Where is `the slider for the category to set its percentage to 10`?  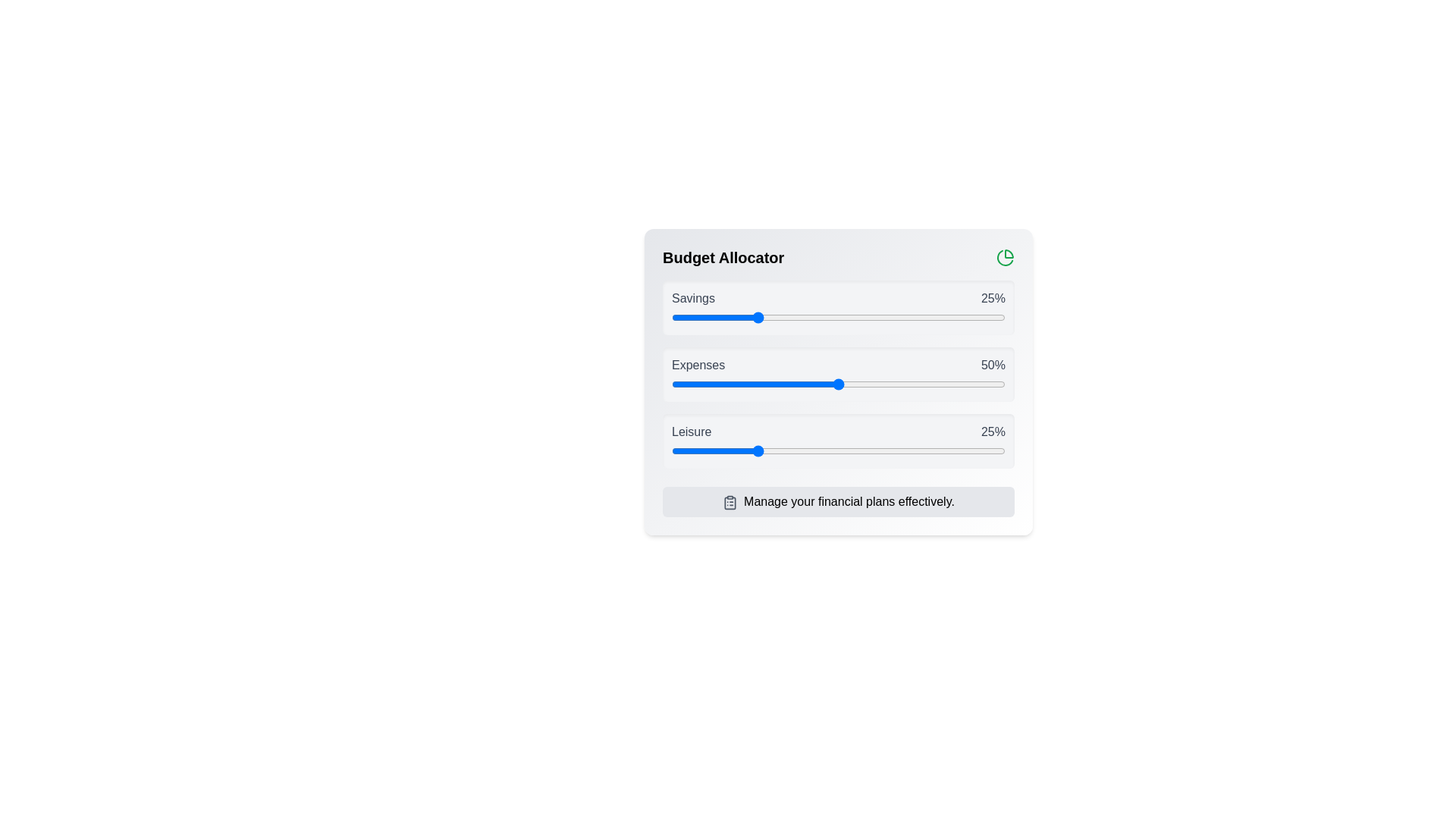
the slider for the category to set its percentage to 10 is located at coordinates (704, 317).